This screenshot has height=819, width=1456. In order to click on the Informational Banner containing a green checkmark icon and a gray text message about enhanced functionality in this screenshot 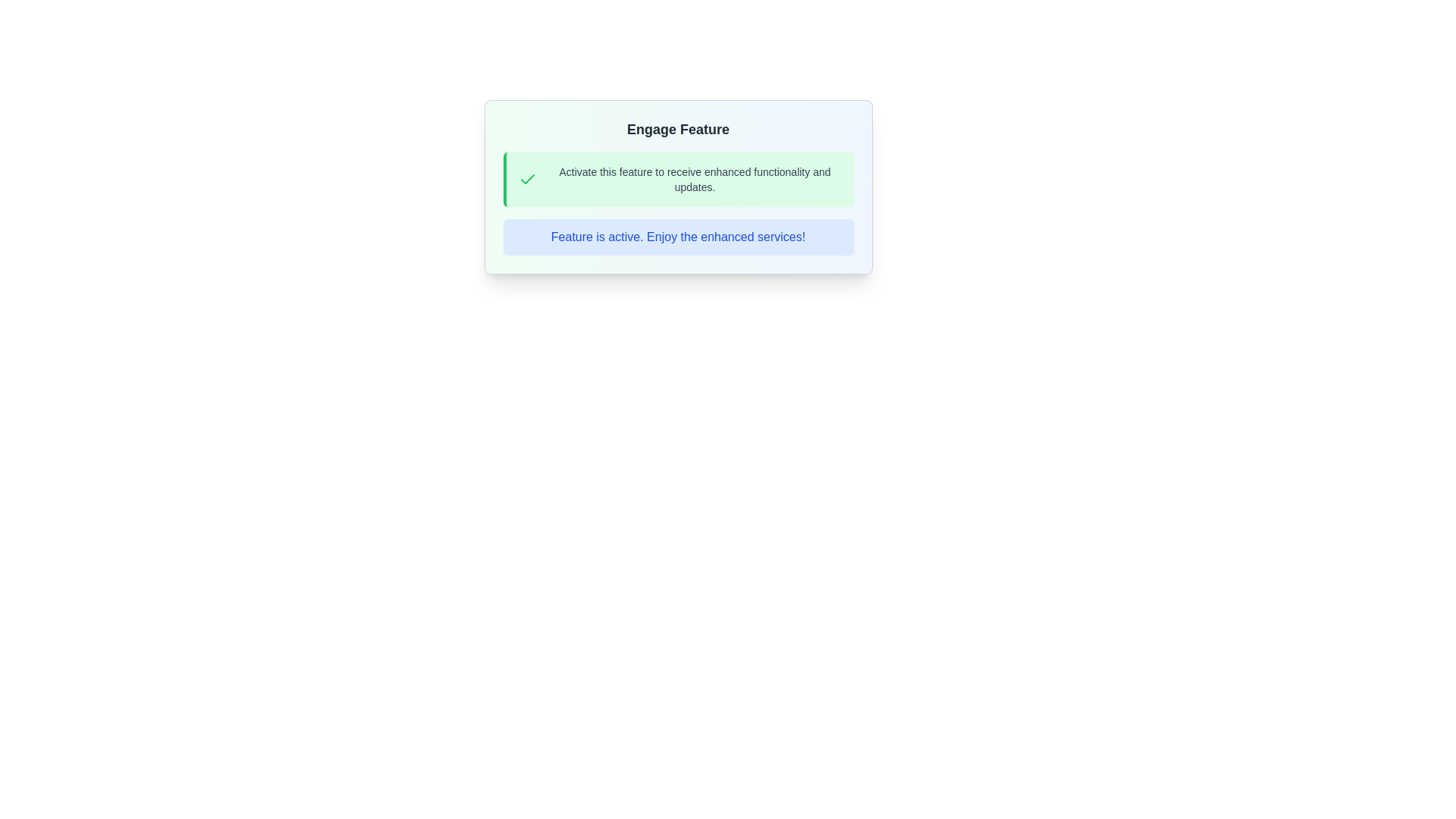, I will do `click(677, 178)`.